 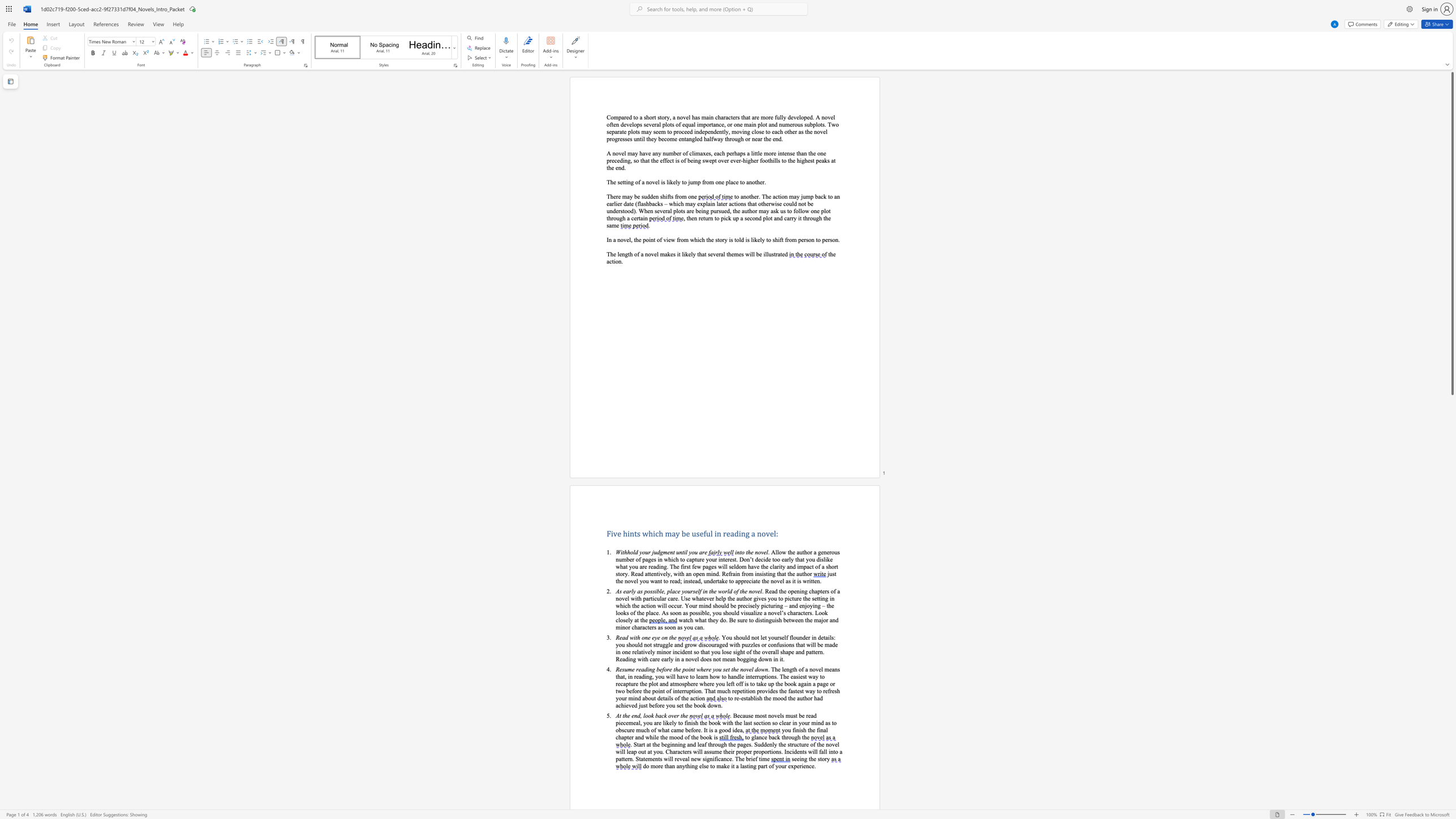 What do you see at coordinates (688, 736) in the screenshot?
I see `the 1th character "f" in the text` at bounding box center [688, 736].